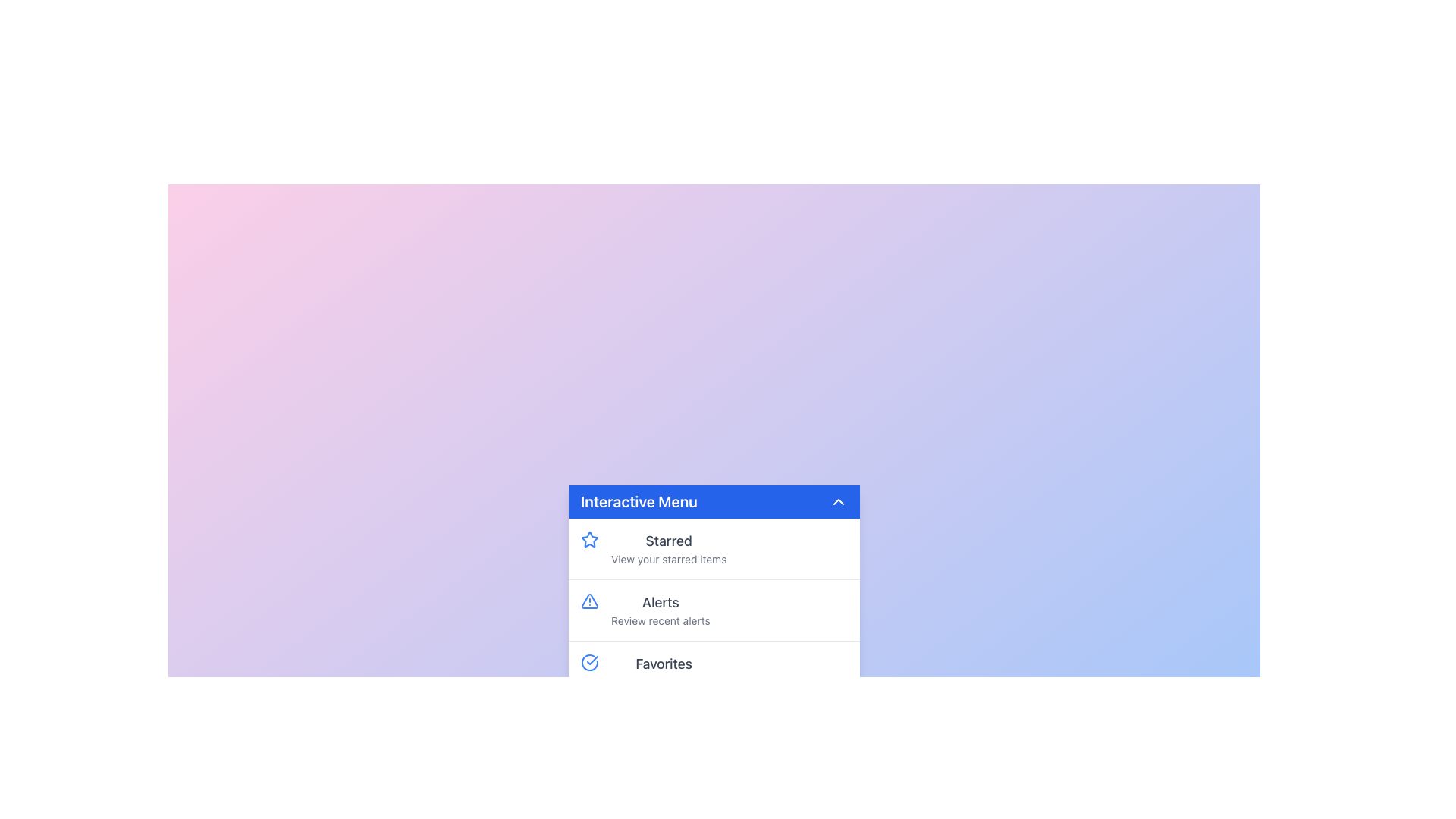 This screenshot has width=1456, height=819. I want to click on the 'Alerts' menu item, which is characterized by a triangular alert symbol with a blue outline, a medium weight title 'Alerts', and a subtitle 'Review recent alerts'. It is positioned in the center of the menu, between 'Starred' and 'Favorites', so click(713, 609).